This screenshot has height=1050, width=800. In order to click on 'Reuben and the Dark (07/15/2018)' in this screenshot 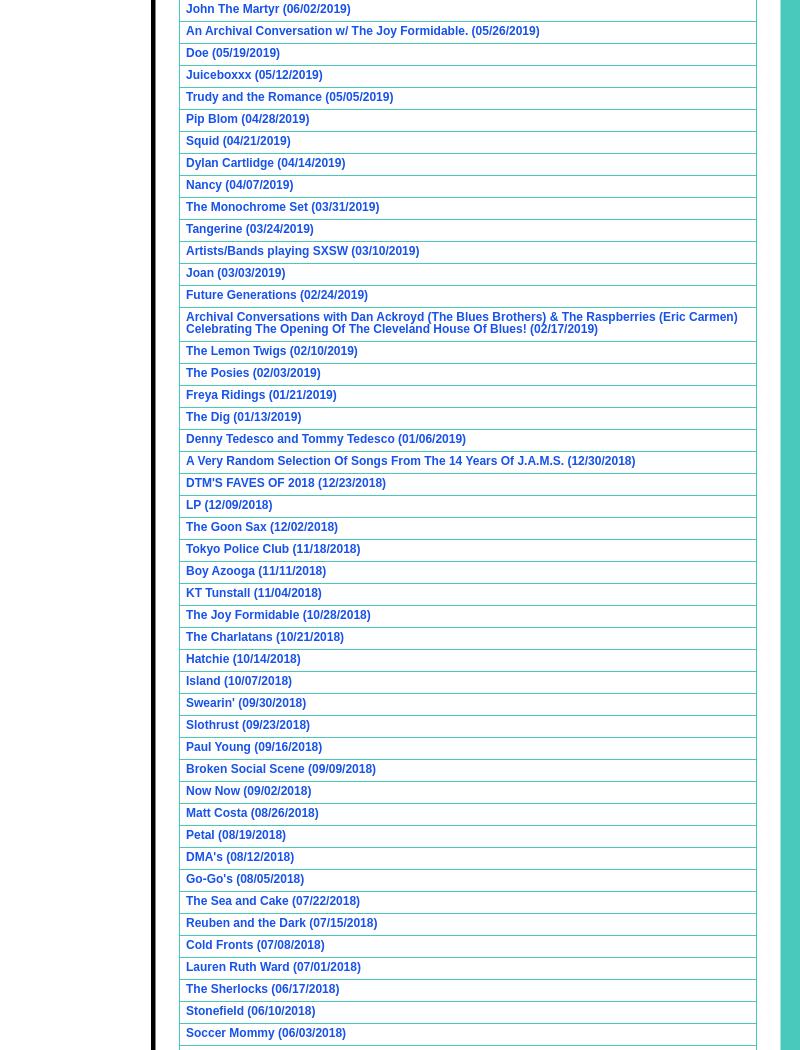, I will do `click(281, 922)`.